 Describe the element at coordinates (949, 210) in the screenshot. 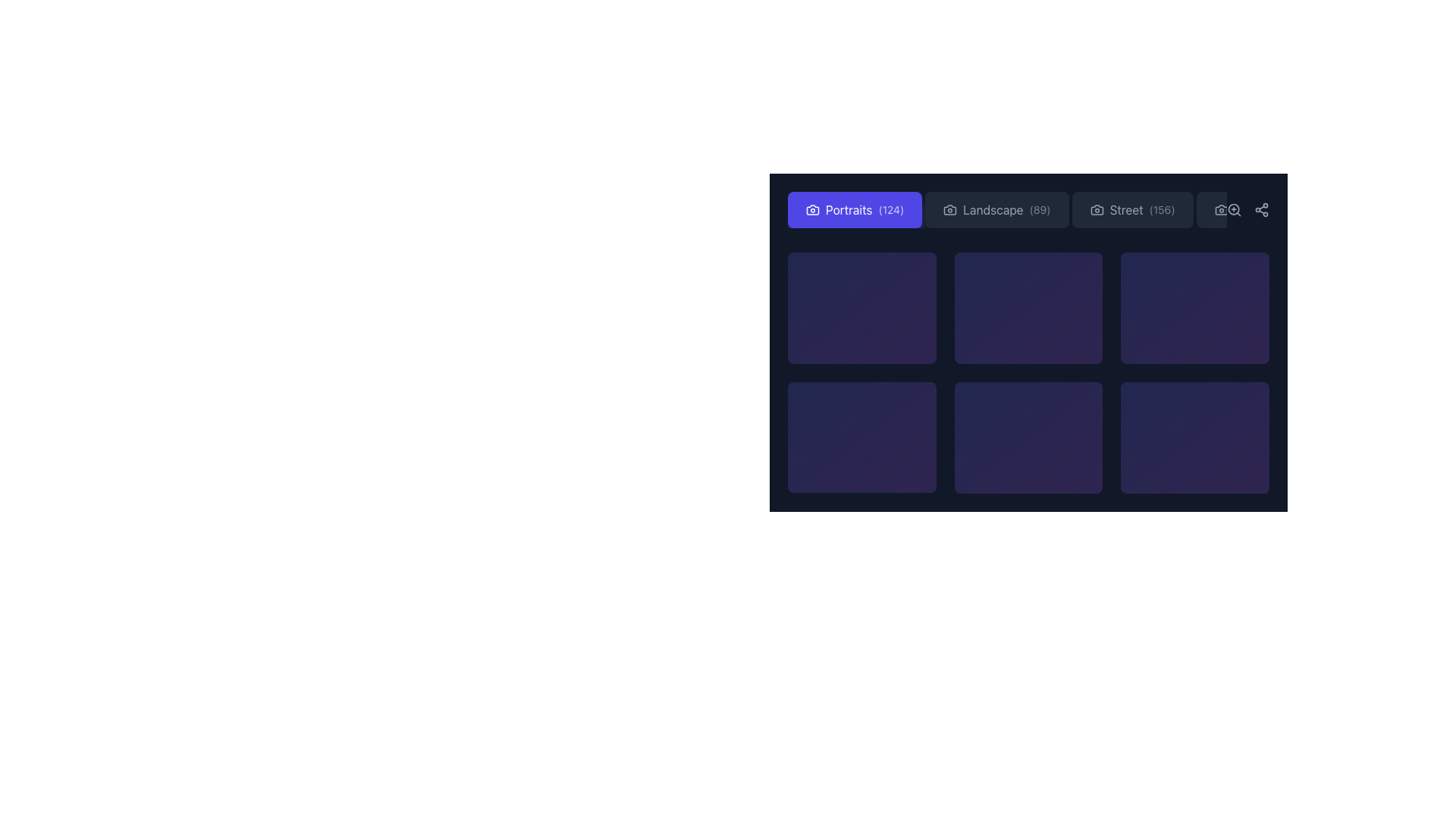

I see `the camera icon which is a minimalist outline style located before the label 'Landscape(89)' in the navigation bar` at that location.